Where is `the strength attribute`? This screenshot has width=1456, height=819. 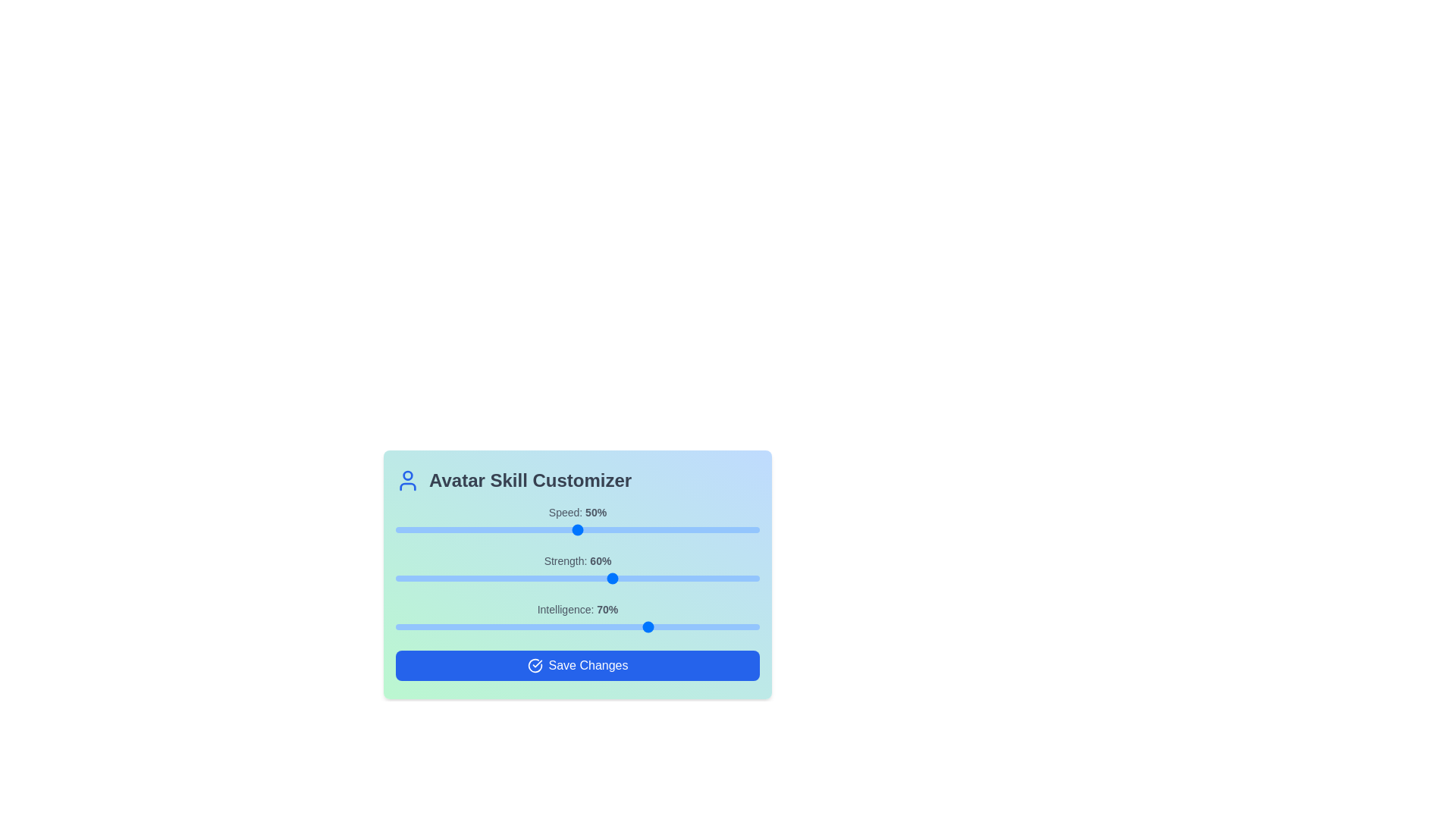 the strength attribute is located at coordinates (559, 579).